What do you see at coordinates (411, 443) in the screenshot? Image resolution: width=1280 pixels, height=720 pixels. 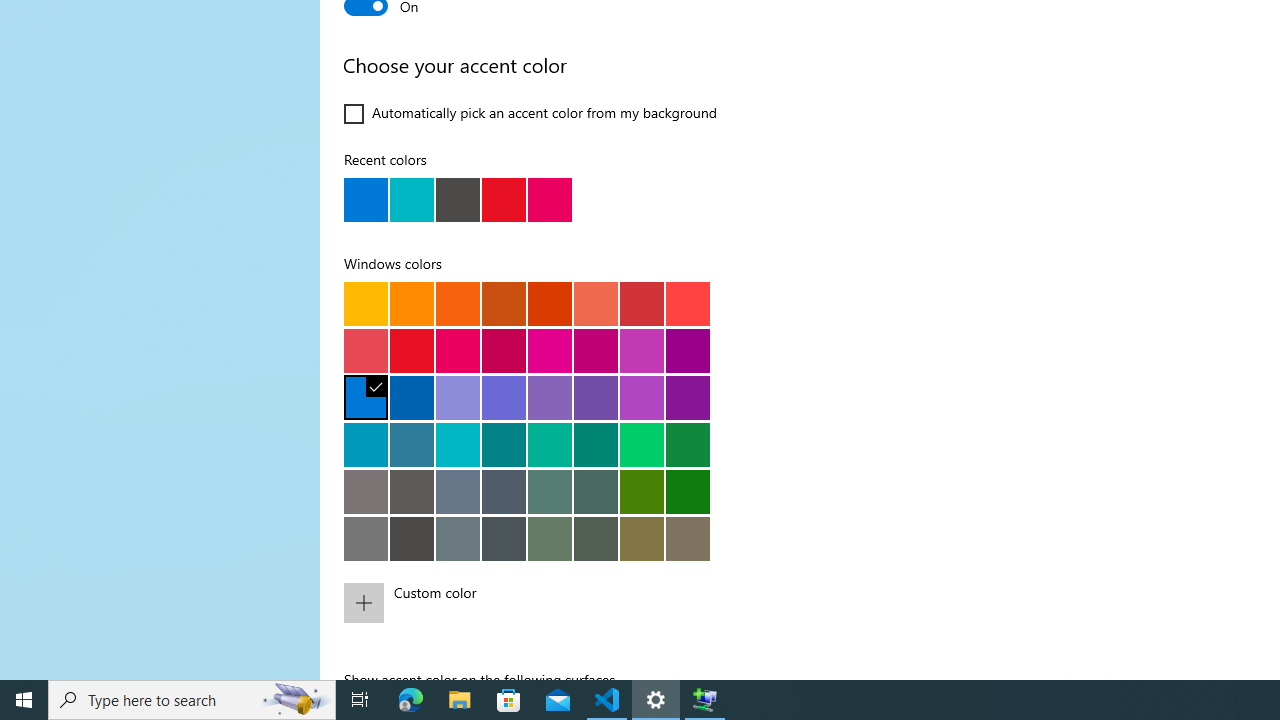 I see `'Cool blue'` at bounding box center [411, 443].